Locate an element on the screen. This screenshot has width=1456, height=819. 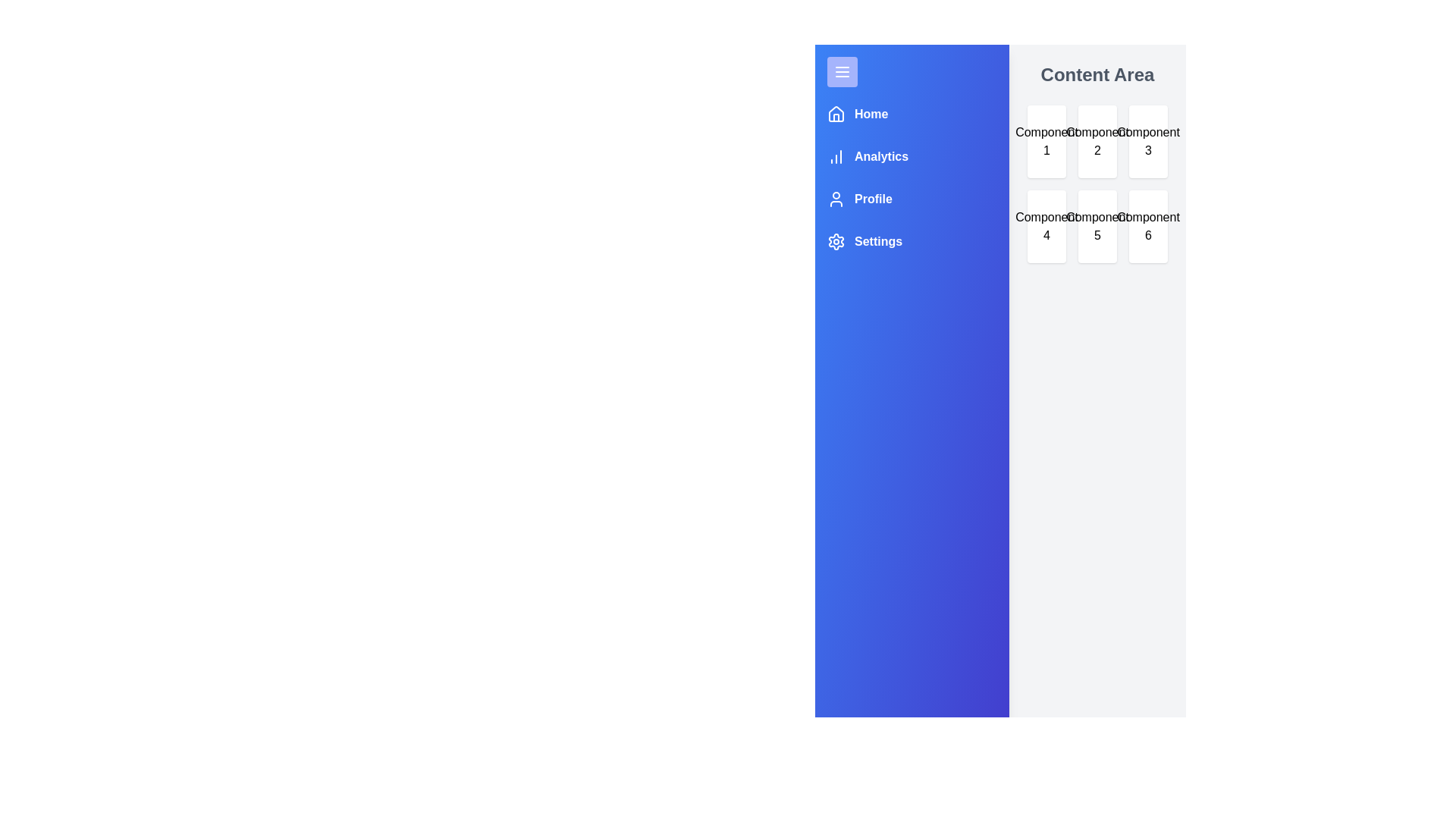
the menu item Home to view its tooltip is located at coordinates (858, 113).